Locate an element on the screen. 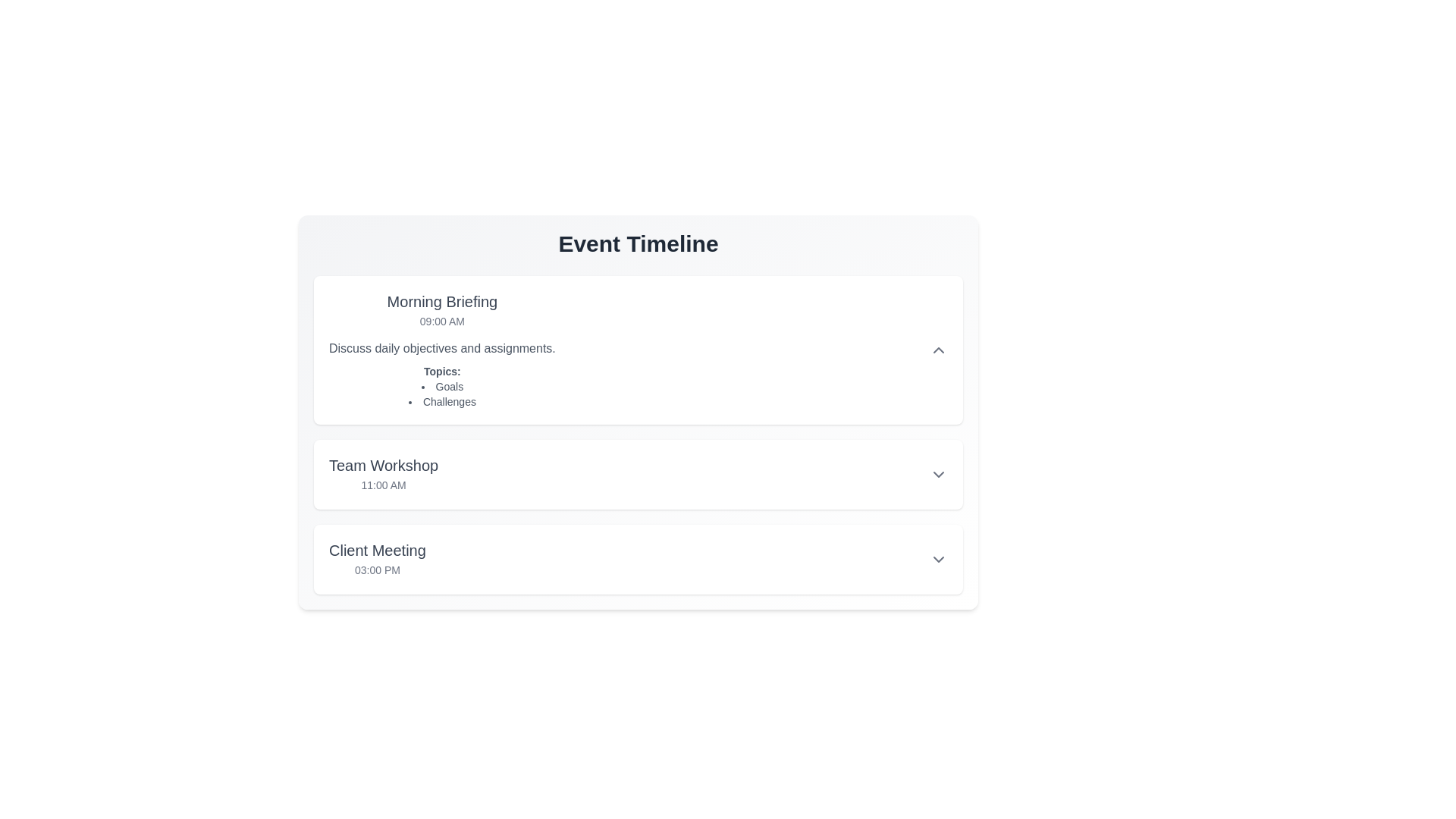  the 'Goals' text label in the 'Morning Briefing' section which is the first item in the bulleted list is located at coordinates (441, 385).